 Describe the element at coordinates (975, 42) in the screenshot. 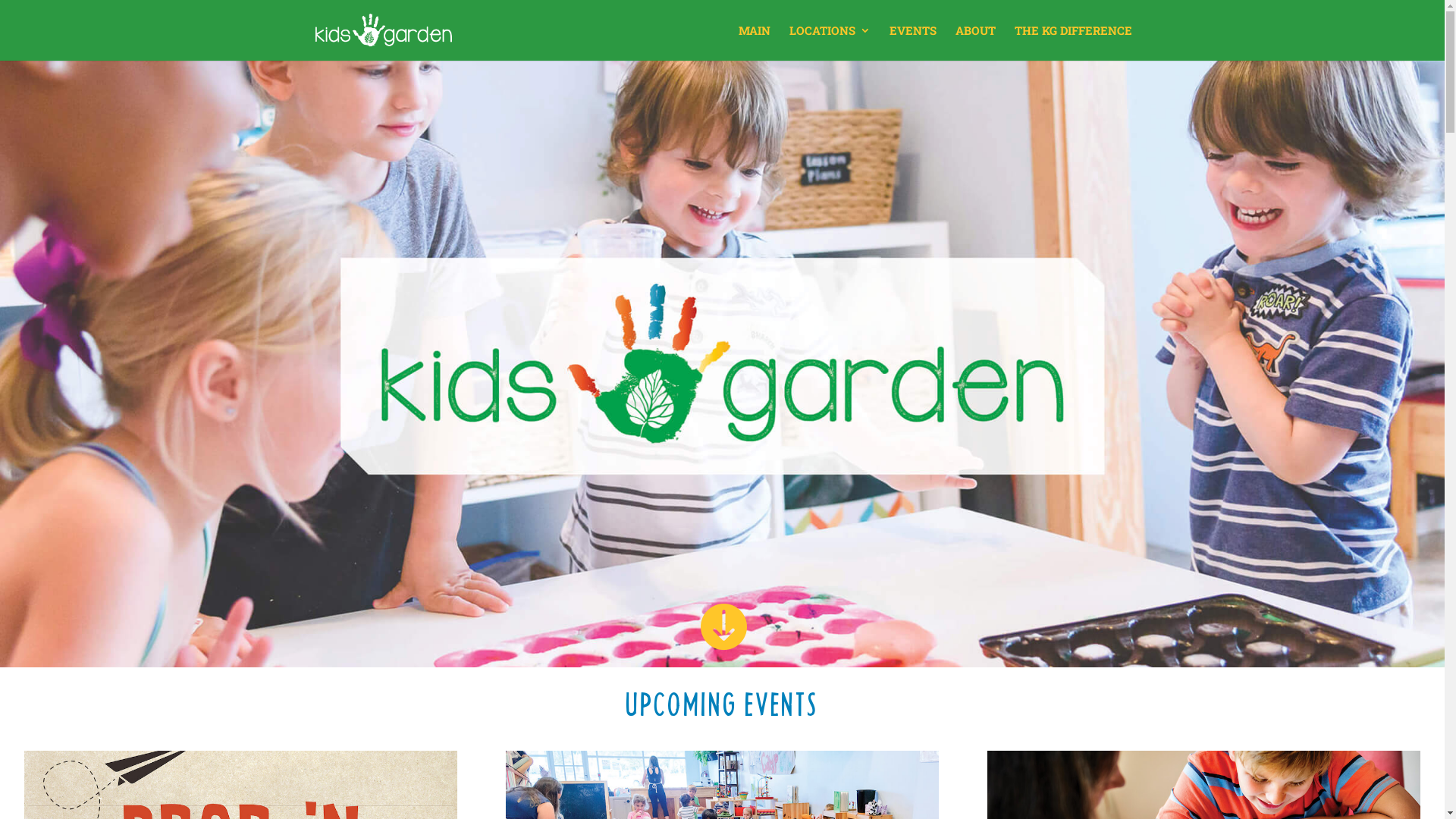

I see `'ABOUT'` at that location.